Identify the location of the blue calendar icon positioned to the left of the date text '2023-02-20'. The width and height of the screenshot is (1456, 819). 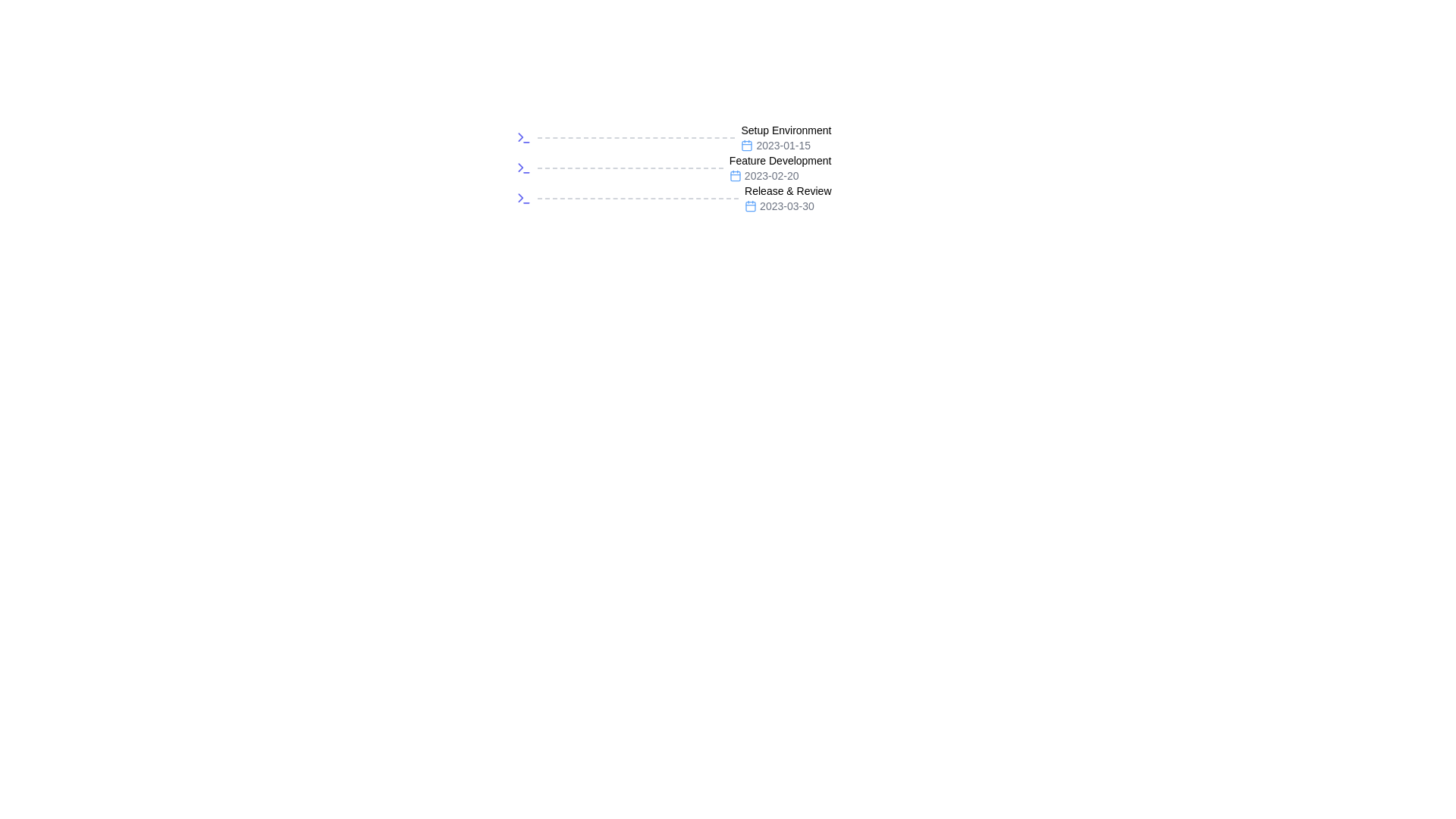
(735, 174).